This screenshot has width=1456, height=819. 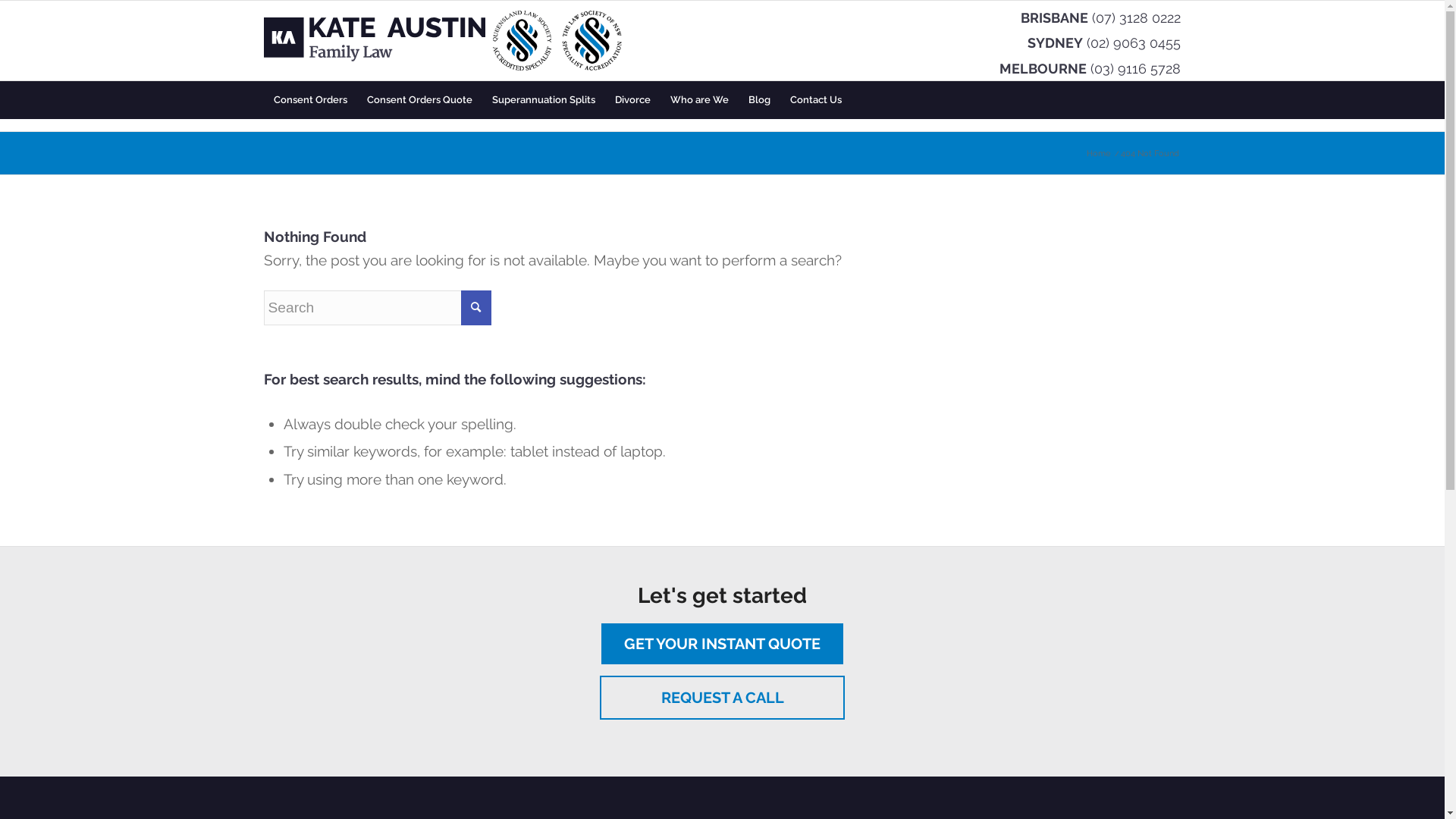 What do you see at coordinates (632, 99) in the screenshot?
I see `'Divorce'` at bounding box center [632, 99].